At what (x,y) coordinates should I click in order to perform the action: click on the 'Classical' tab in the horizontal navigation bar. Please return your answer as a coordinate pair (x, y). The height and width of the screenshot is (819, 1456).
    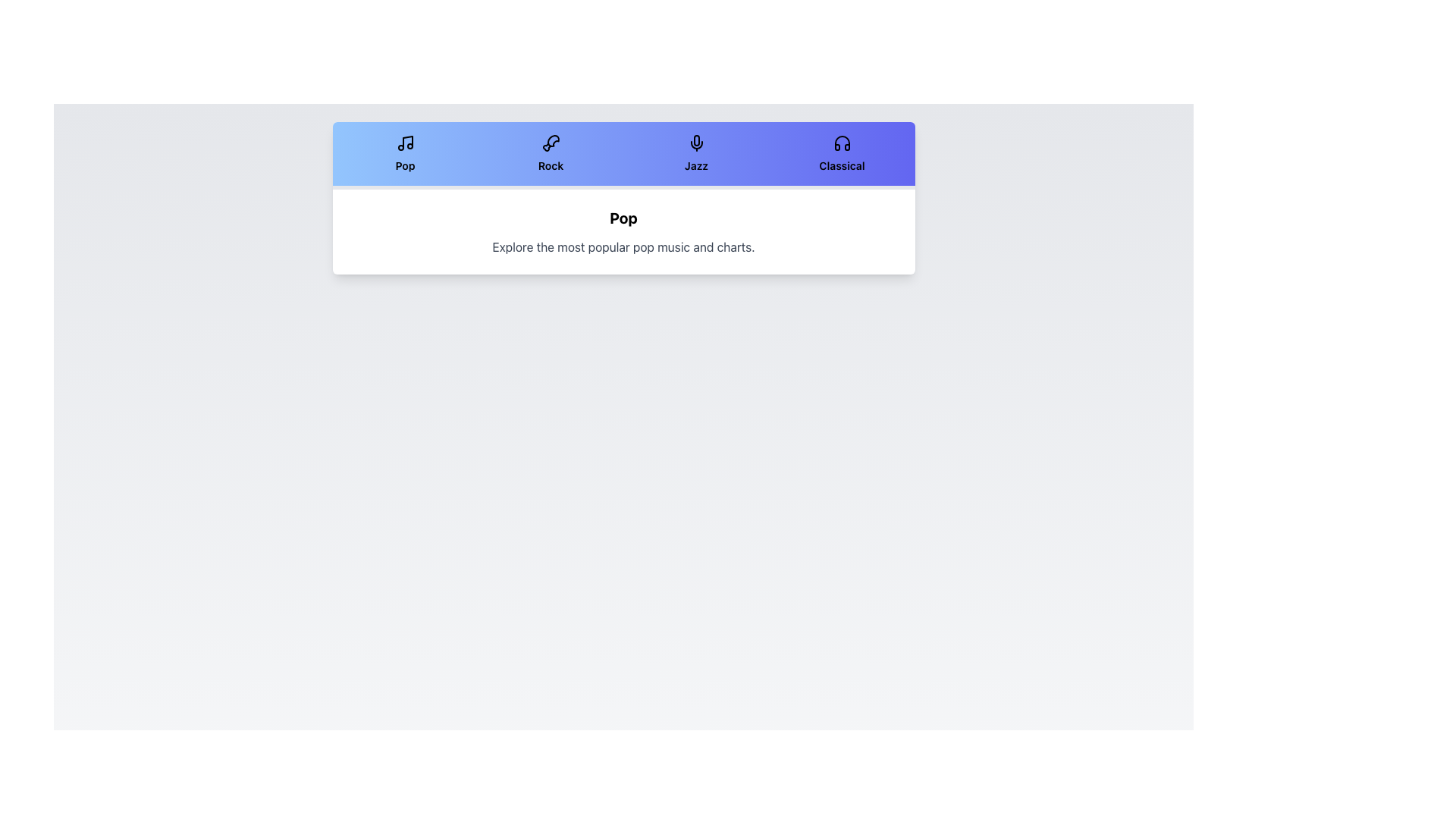
    Looking at the image, I should click on (841, 155).